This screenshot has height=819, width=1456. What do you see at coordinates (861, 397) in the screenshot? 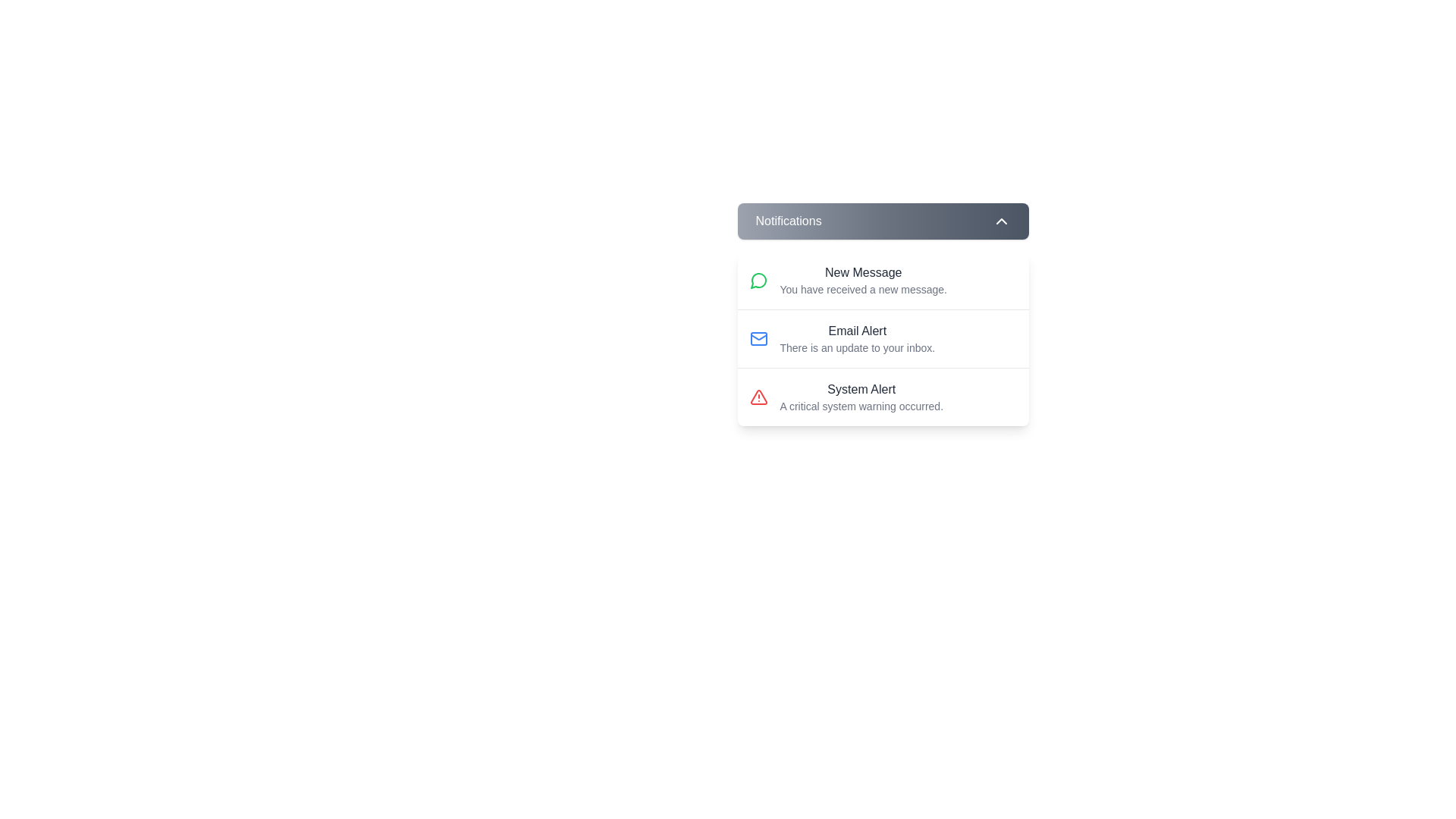
I see `textual alert about a critical system warning located in the notification panel, which is the third entry under 'New Message' and 'Email Alert', marked by a red triangular alert icon` at bounding box center [861, 397].